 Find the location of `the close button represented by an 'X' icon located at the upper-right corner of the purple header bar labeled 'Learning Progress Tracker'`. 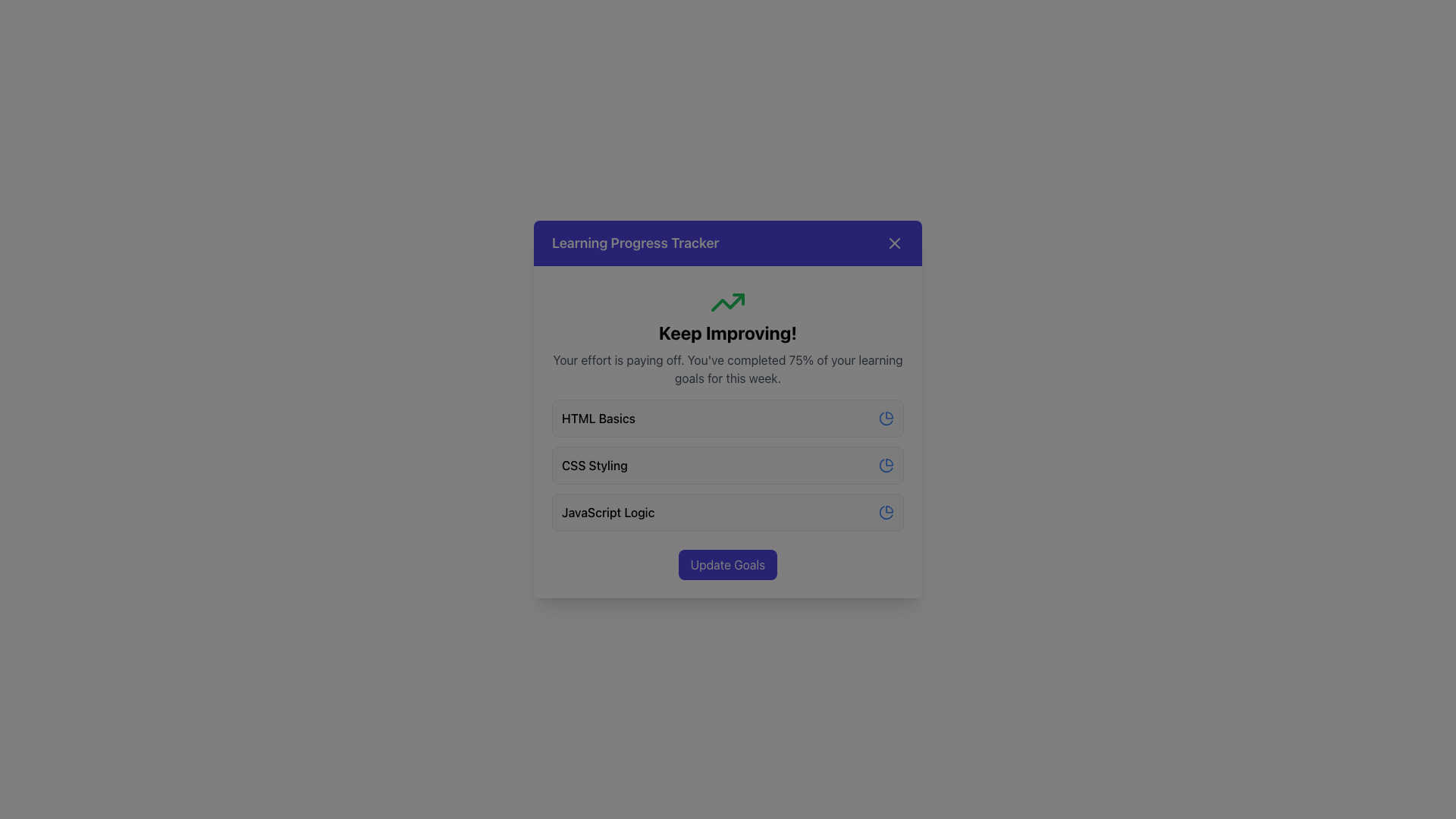

the close button represented by an 'X' icon located at the upper-right corner of the purple header bar labeled 'Learning Progress Tracker' is located at coordinates (895, 242).